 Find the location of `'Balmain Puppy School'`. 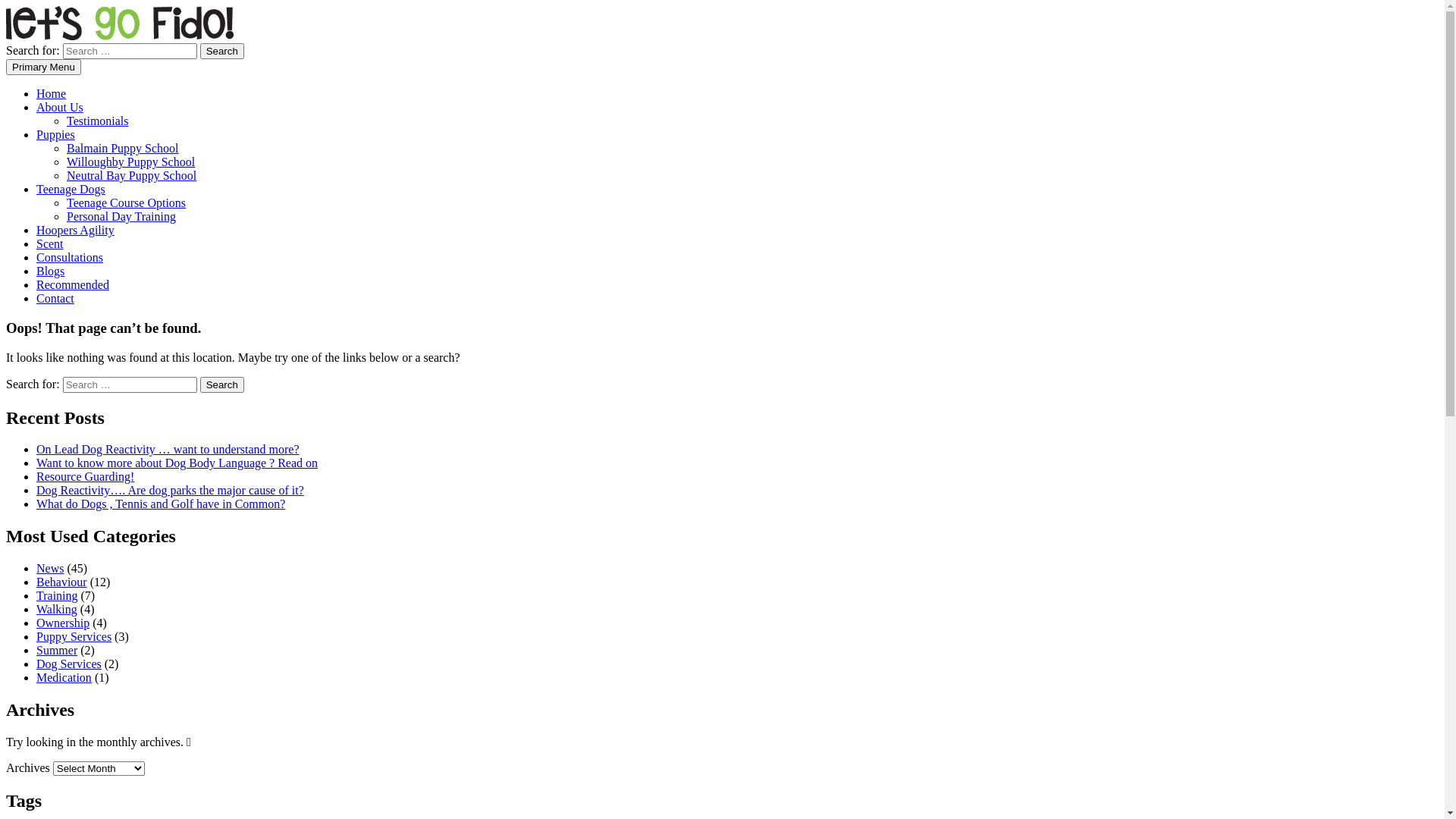

'Balmain Puppy School' is located at coordinates (123, 148).